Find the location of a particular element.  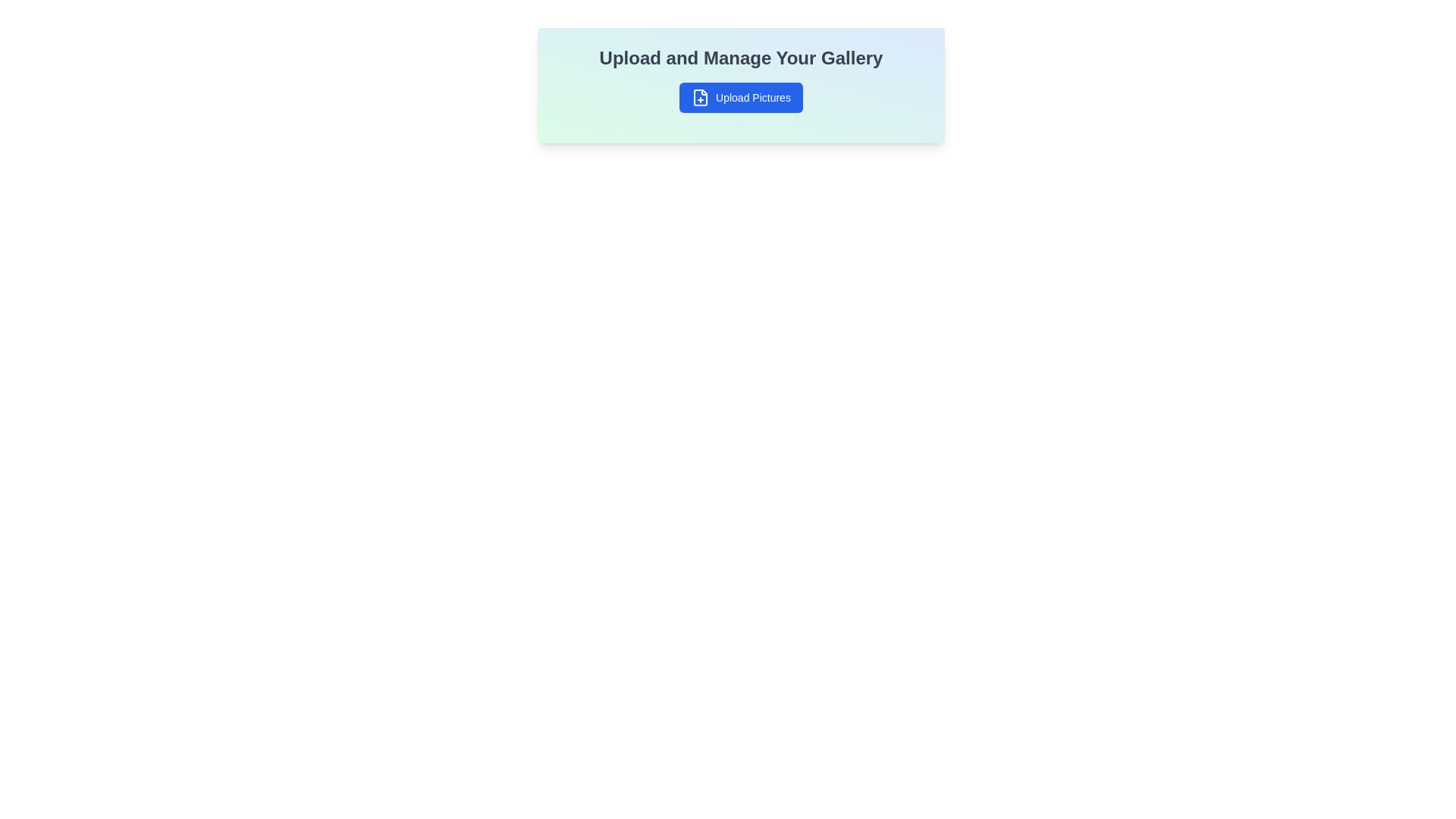

the 'Upload' button located below the heading 'Upload and Manage Your Gallery' is located at coordinates (741, 97).